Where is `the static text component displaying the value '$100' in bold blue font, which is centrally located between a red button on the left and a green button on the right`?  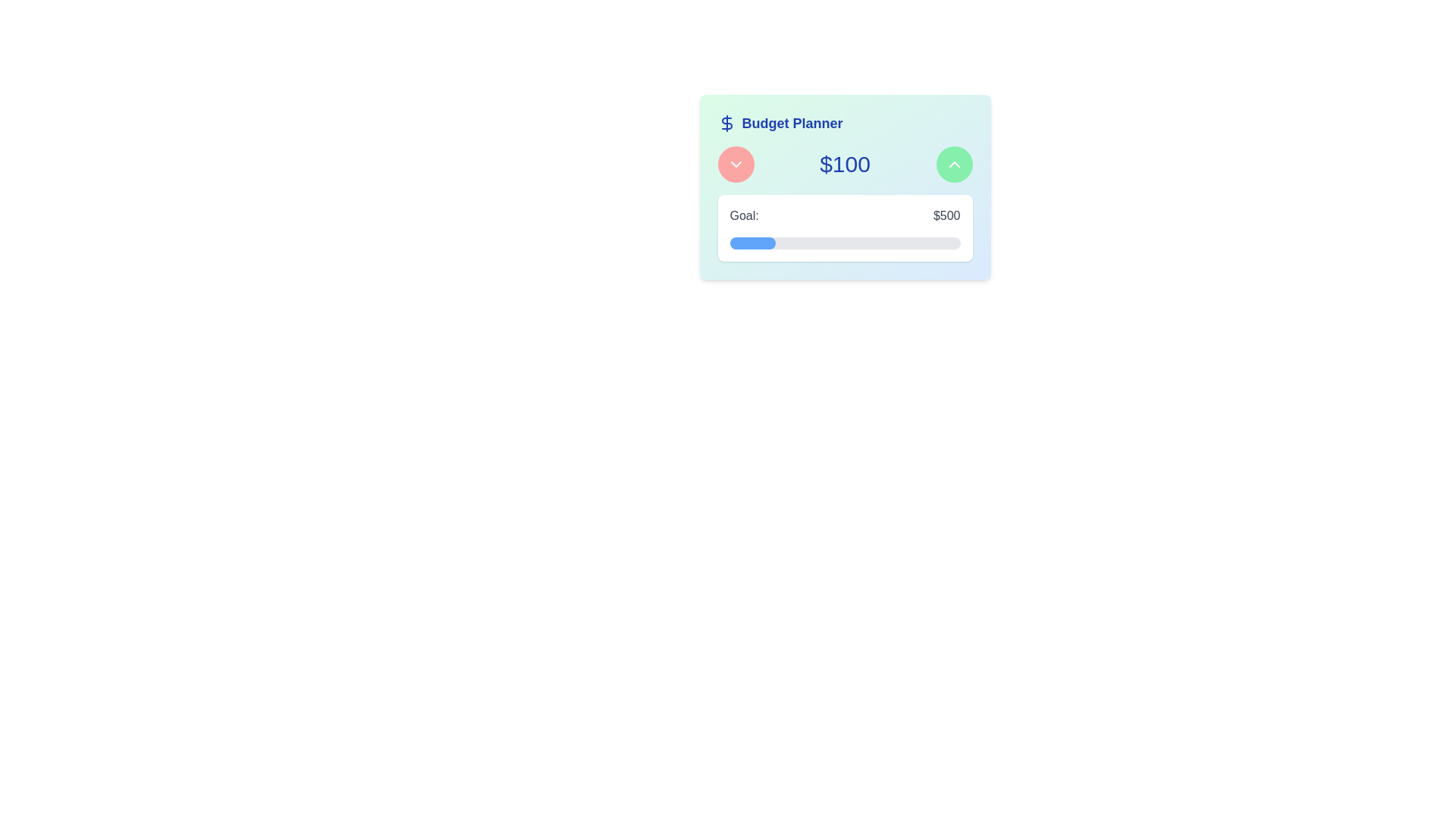 the static text component displaying the value '$100' in bold blue font, which is centrally located between a red button on the left and a green button on the right is located at coordinates (844, 164).